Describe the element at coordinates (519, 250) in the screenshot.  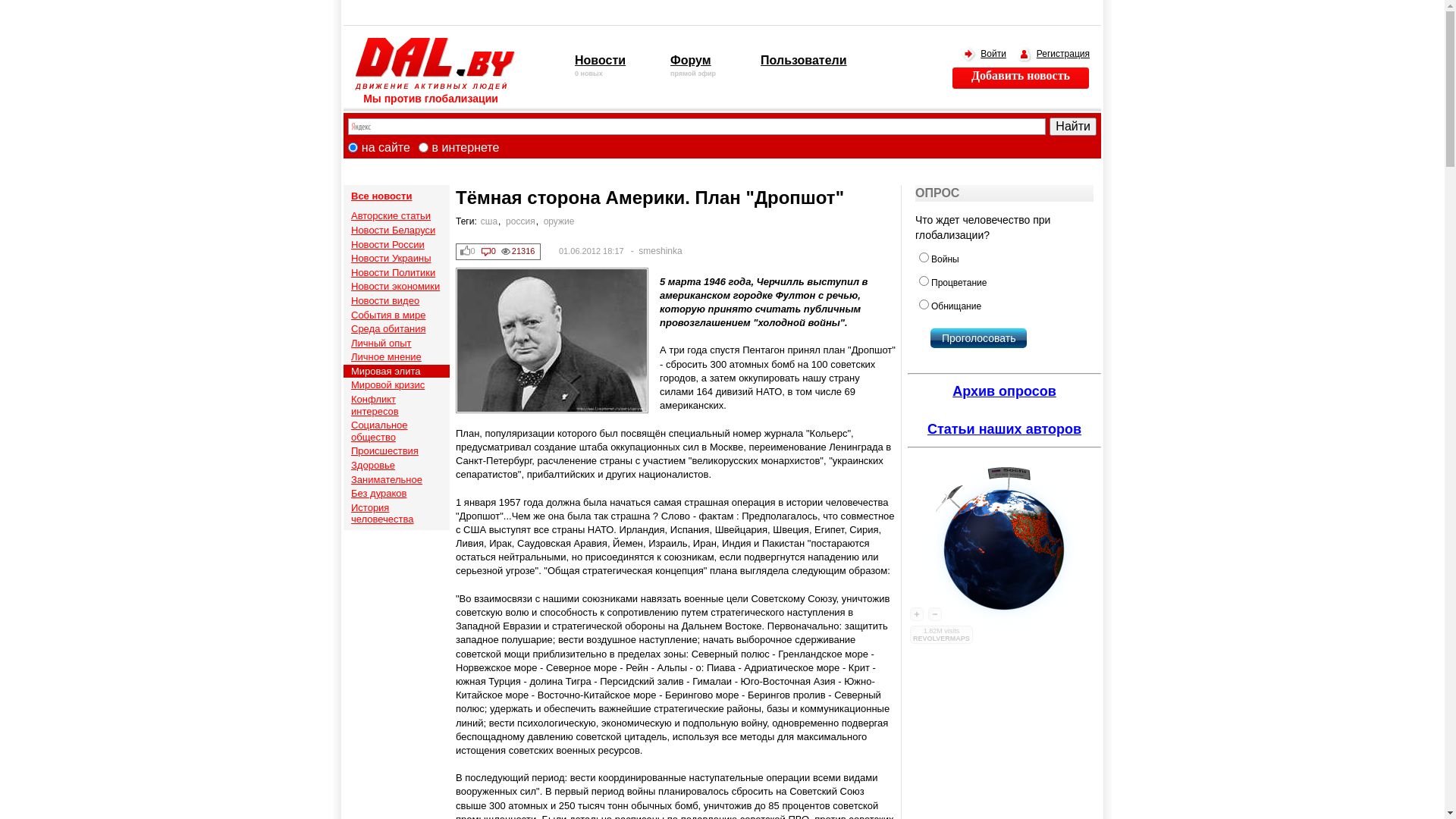
I see `'21316'` at that location.